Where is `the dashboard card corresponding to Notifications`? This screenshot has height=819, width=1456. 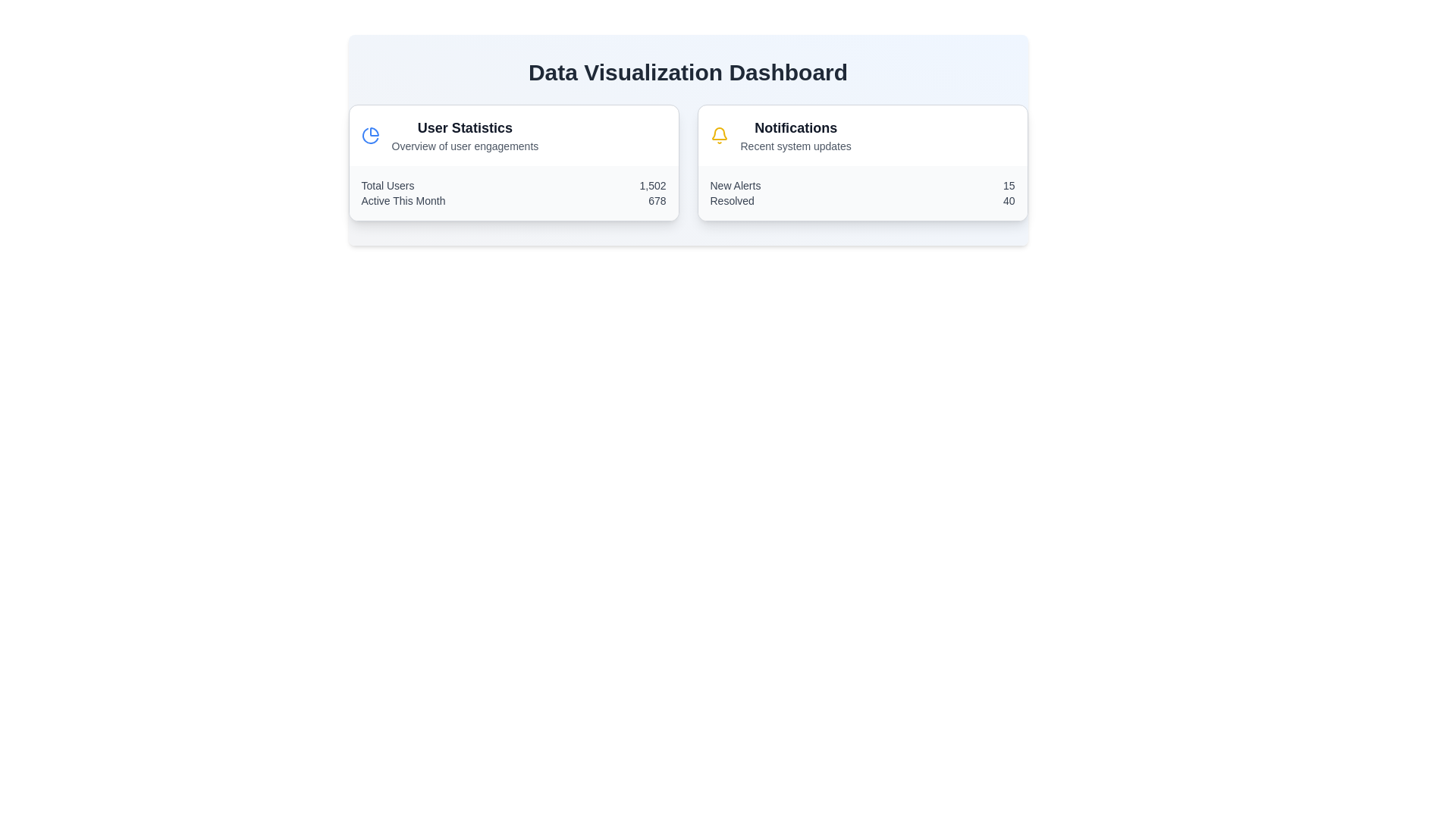
the dashboard card corresponding to Notifications is located at coordinates (862, 163).